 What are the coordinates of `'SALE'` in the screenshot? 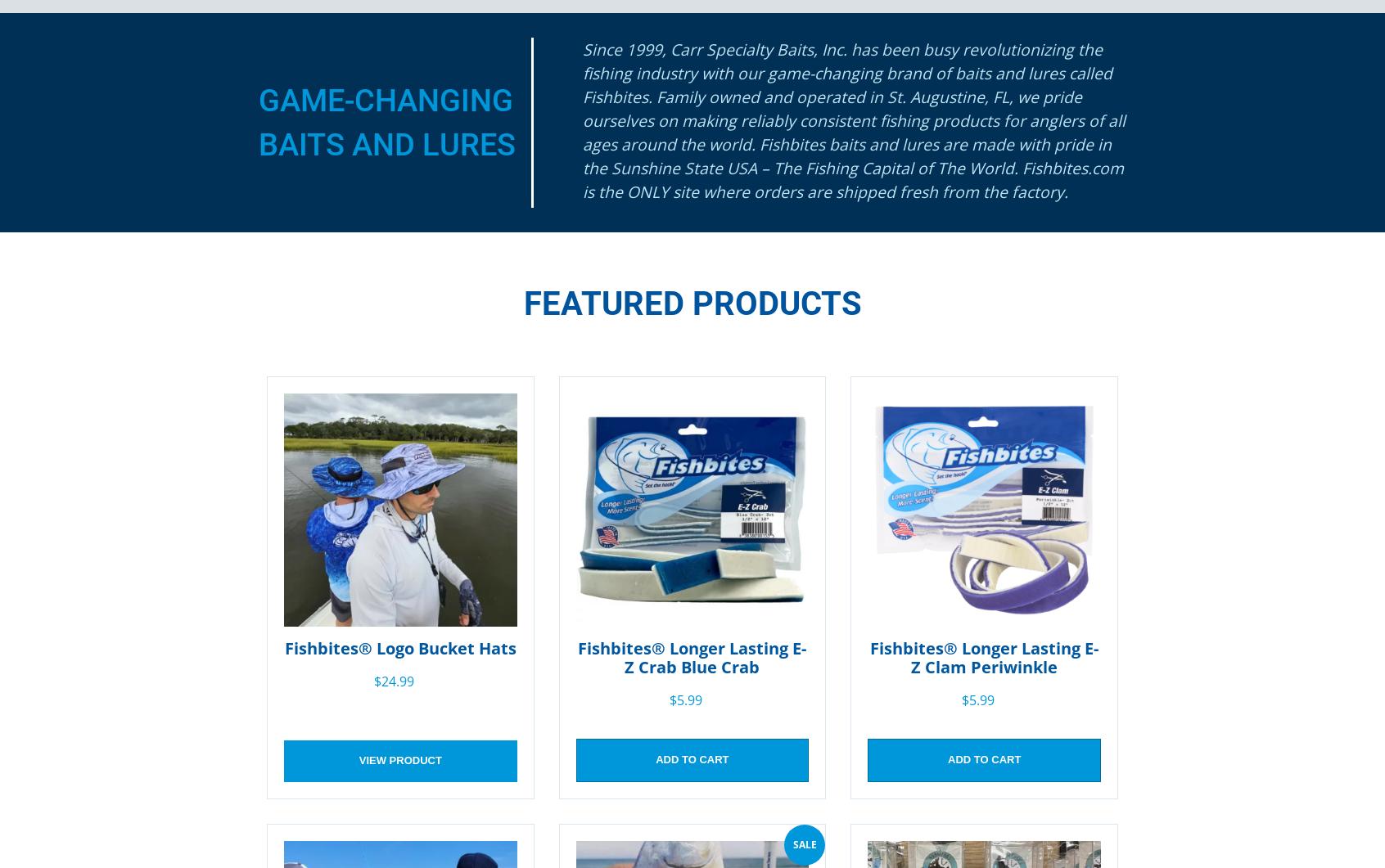 It's located at (804, 843).